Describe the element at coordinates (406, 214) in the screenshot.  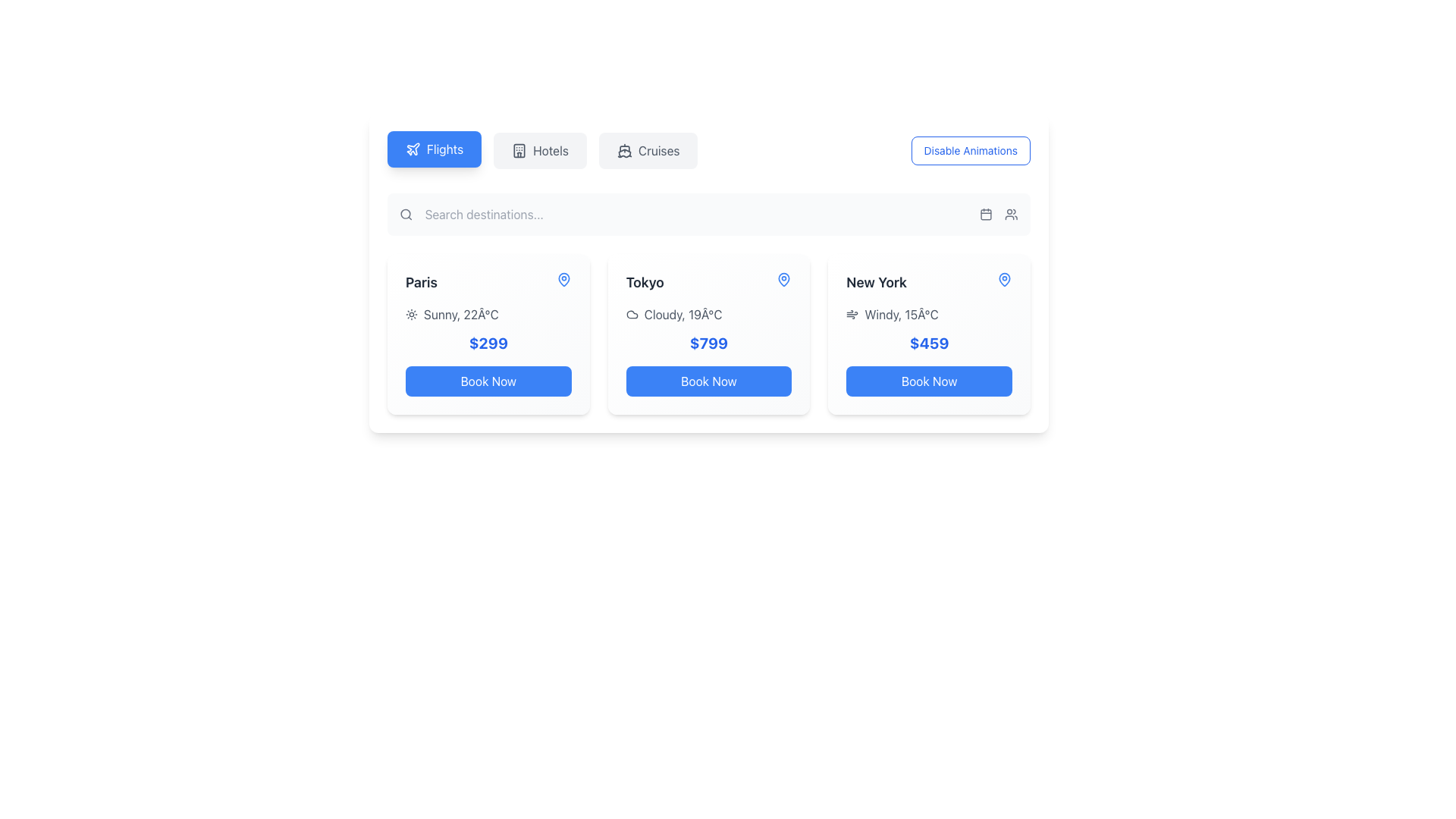
I see `the interactive region of the magnifying glass icon, which contains the small circular graphical component` at that location.